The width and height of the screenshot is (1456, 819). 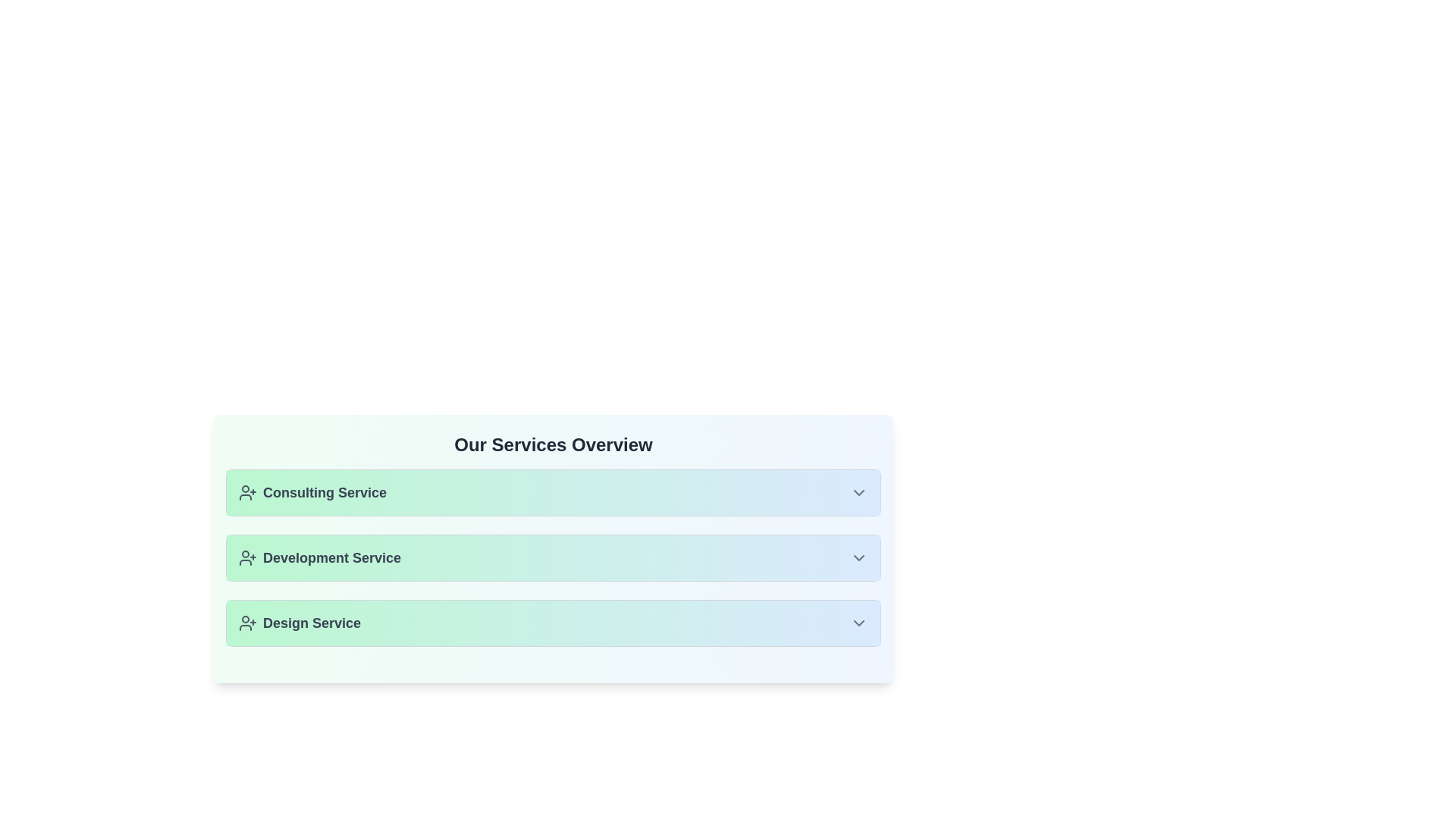 I want to click on the 'Development Service' collapsible menu item located in the 'Our Services Overview' section, so click(x=552, y=558).